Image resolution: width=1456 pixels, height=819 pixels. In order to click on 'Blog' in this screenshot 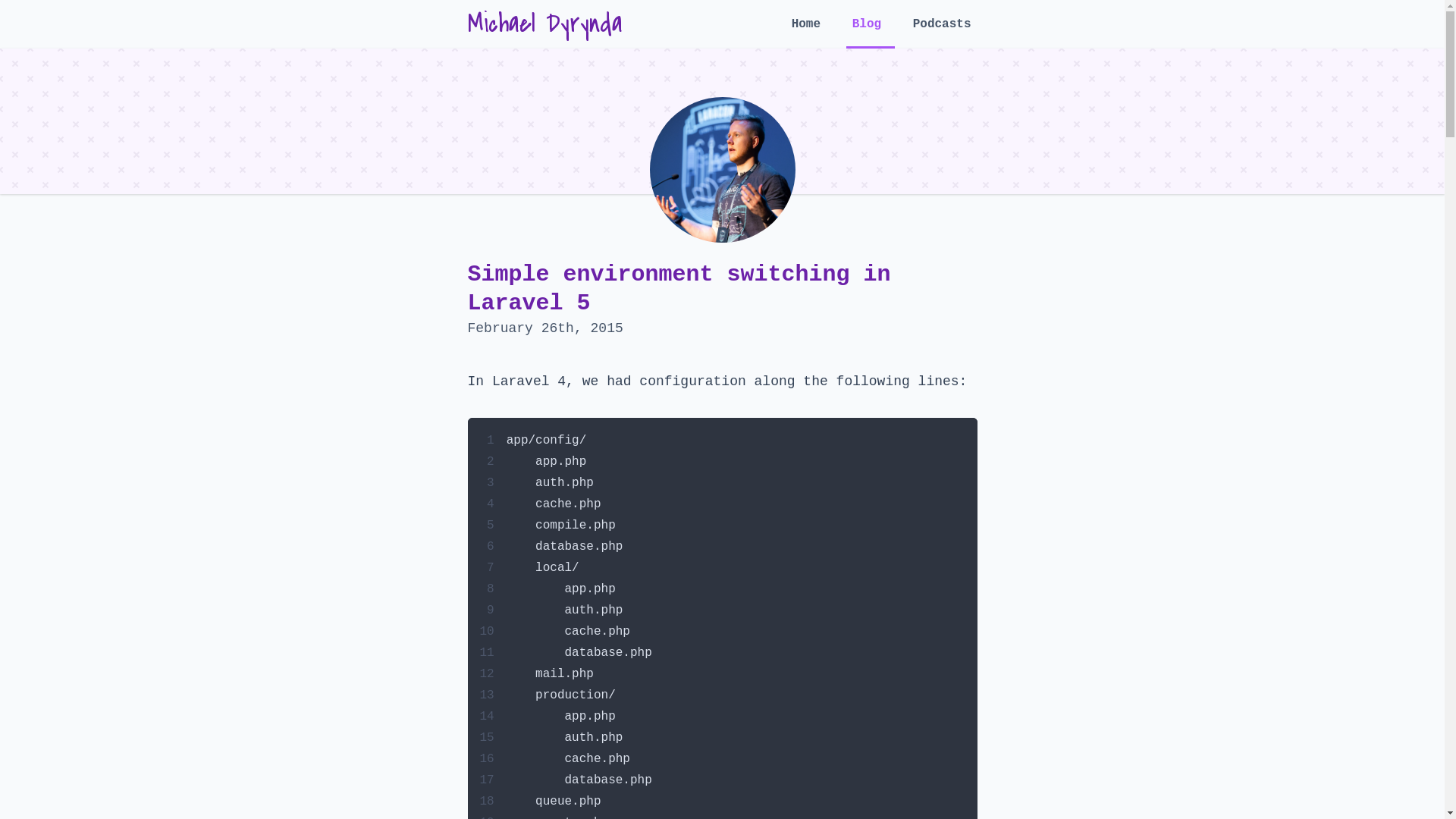, I will do `click(870, 33)`.